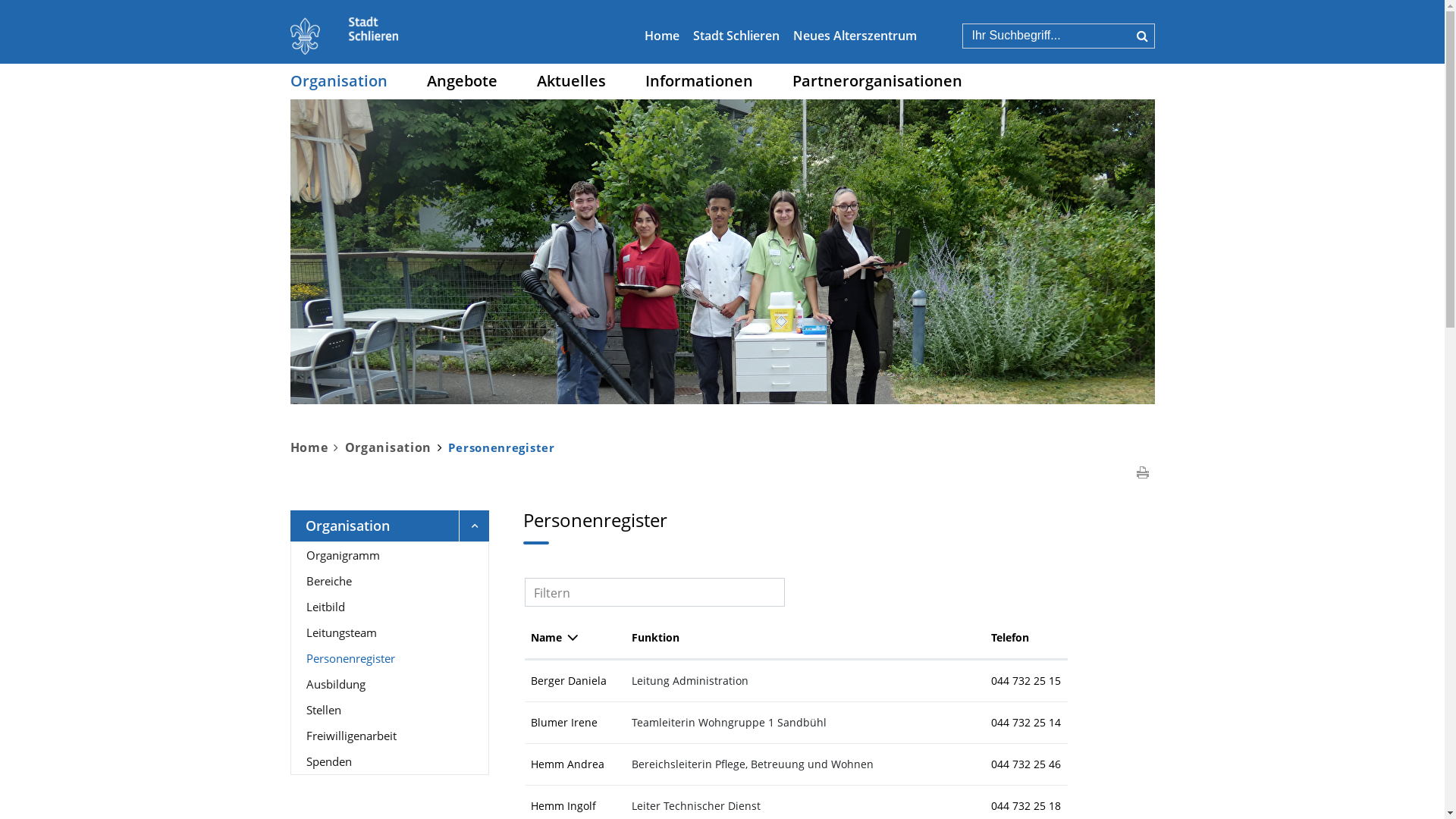 The image size is (1456, 819). Describe the element at coordinates (390, 632) in the screenshot. I see `'Leitungsteam'` at that location.